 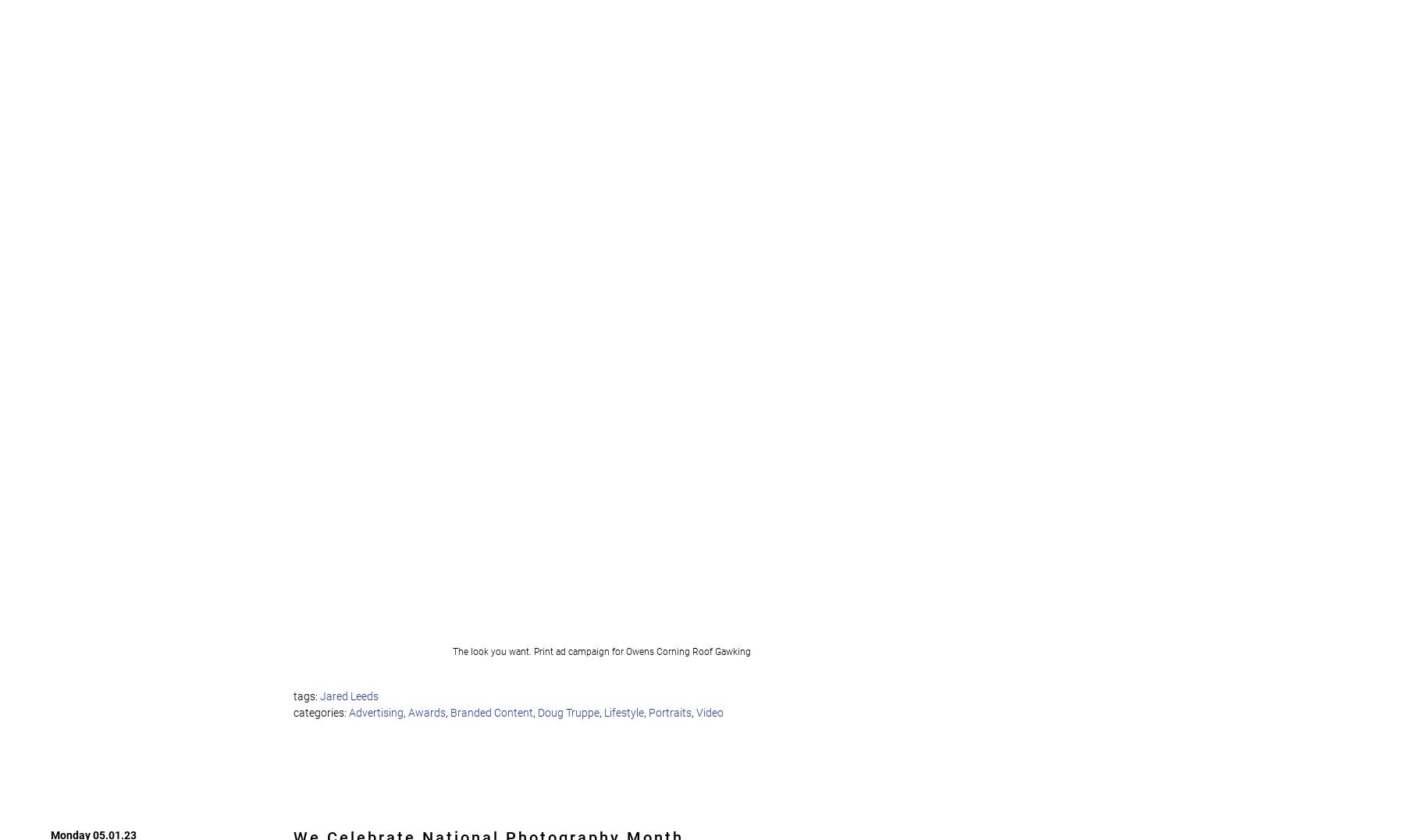 What do you see at coordinates (649, 711) in the screenshot?
I see `'Portraits'` at bounding box center [649, 711].